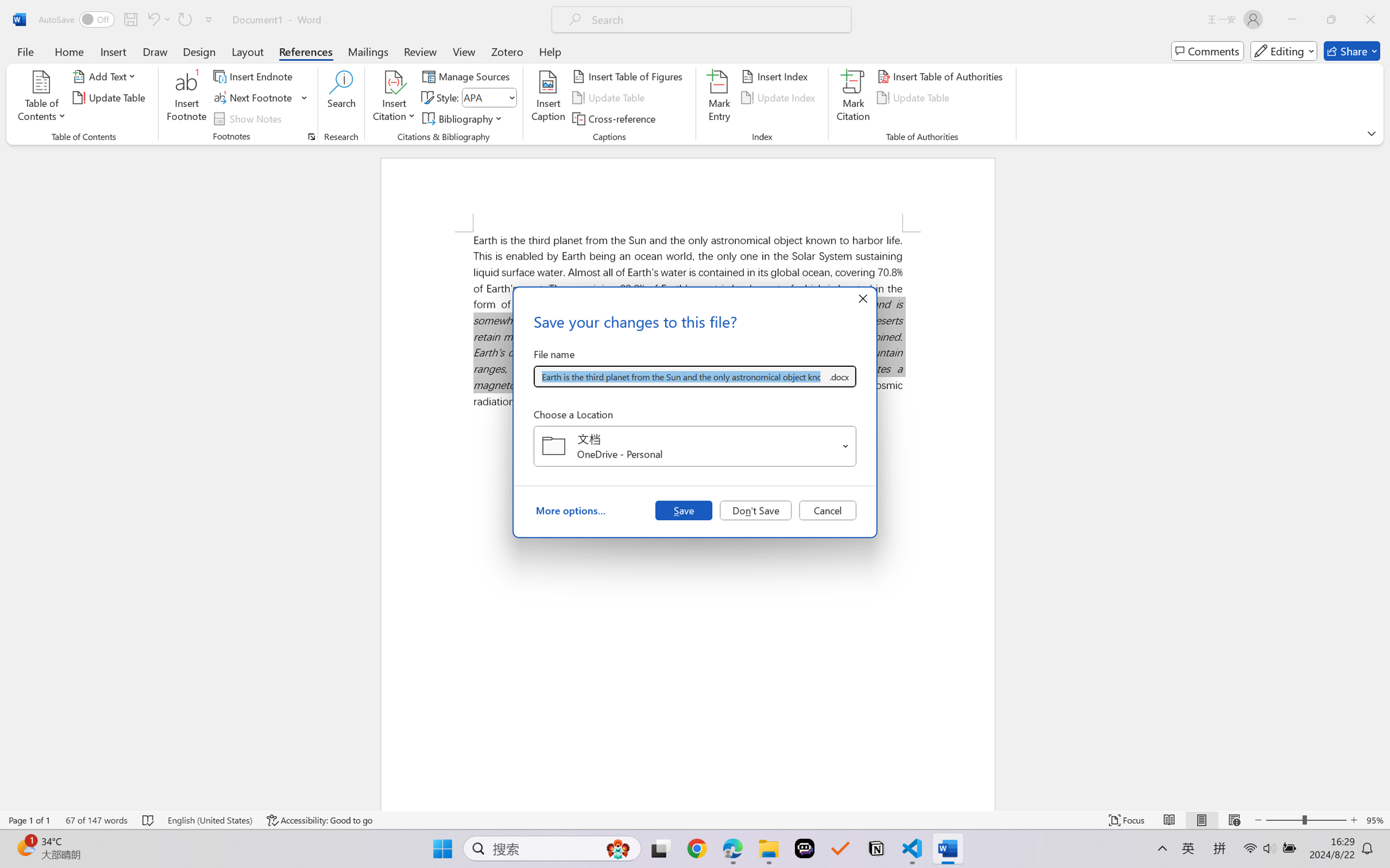  I want to click on 'Choose a Location', so click(695, 446).